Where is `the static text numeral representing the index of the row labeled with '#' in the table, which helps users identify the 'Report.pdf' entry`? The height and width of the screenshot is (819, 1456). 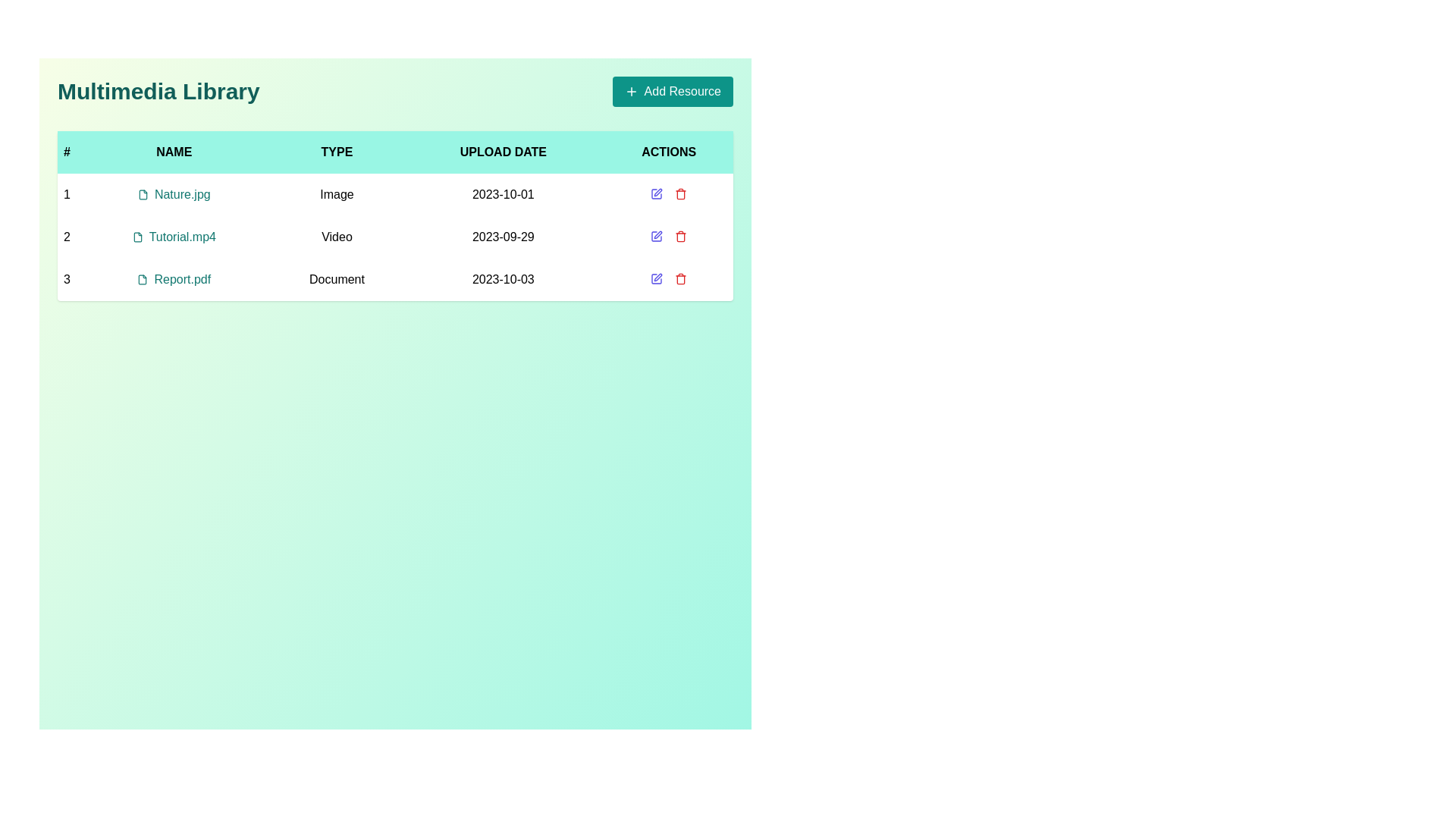
the static text numeral representing the index of the row labeled with '#' in the table, which helps users identify the 'Report.pdf' entry is located at coordinates (66, 280).